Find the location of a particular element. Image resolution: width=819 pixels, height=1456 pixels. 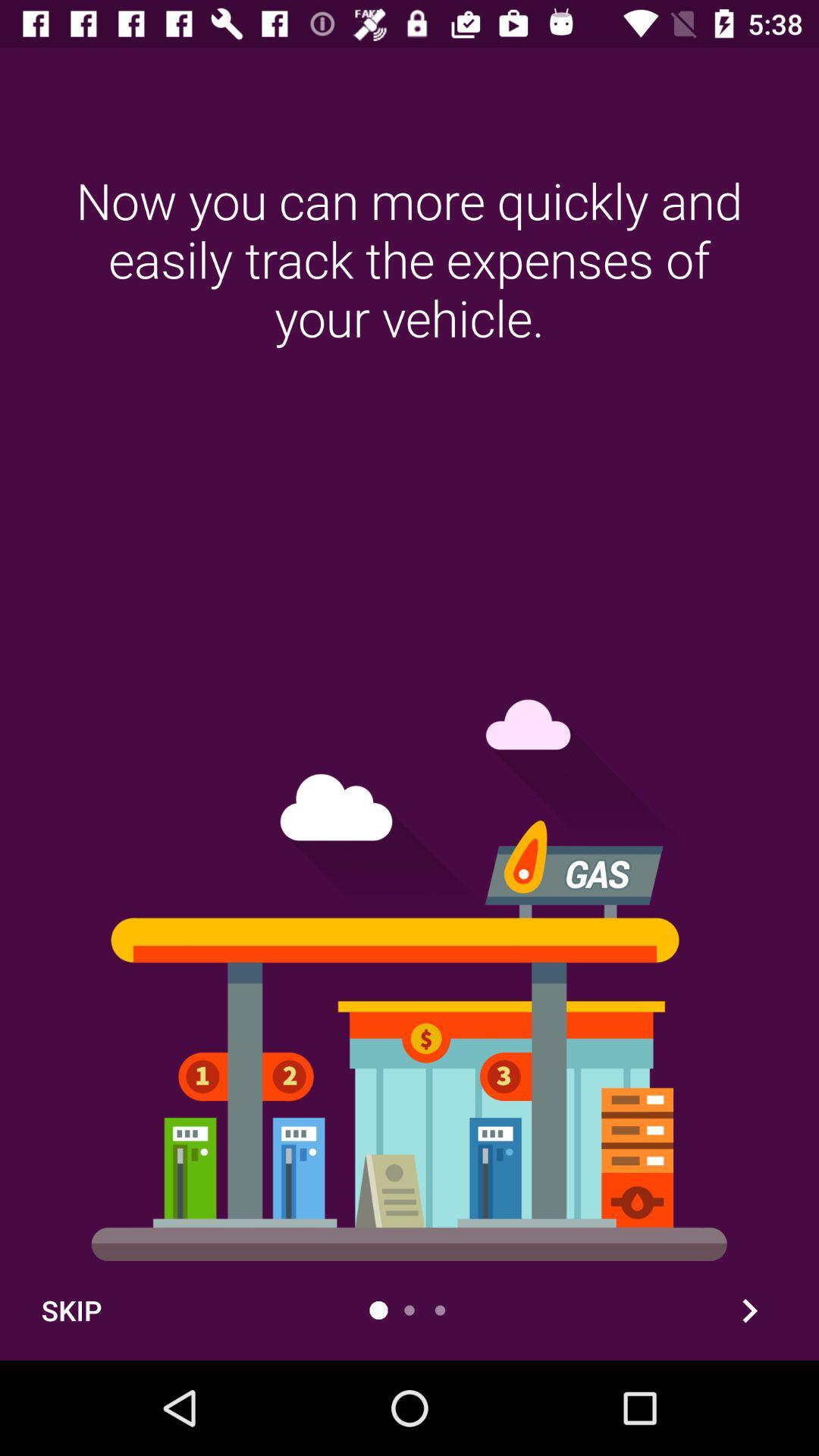

the arrow_forward icon is located at coordinates (748, 1310).